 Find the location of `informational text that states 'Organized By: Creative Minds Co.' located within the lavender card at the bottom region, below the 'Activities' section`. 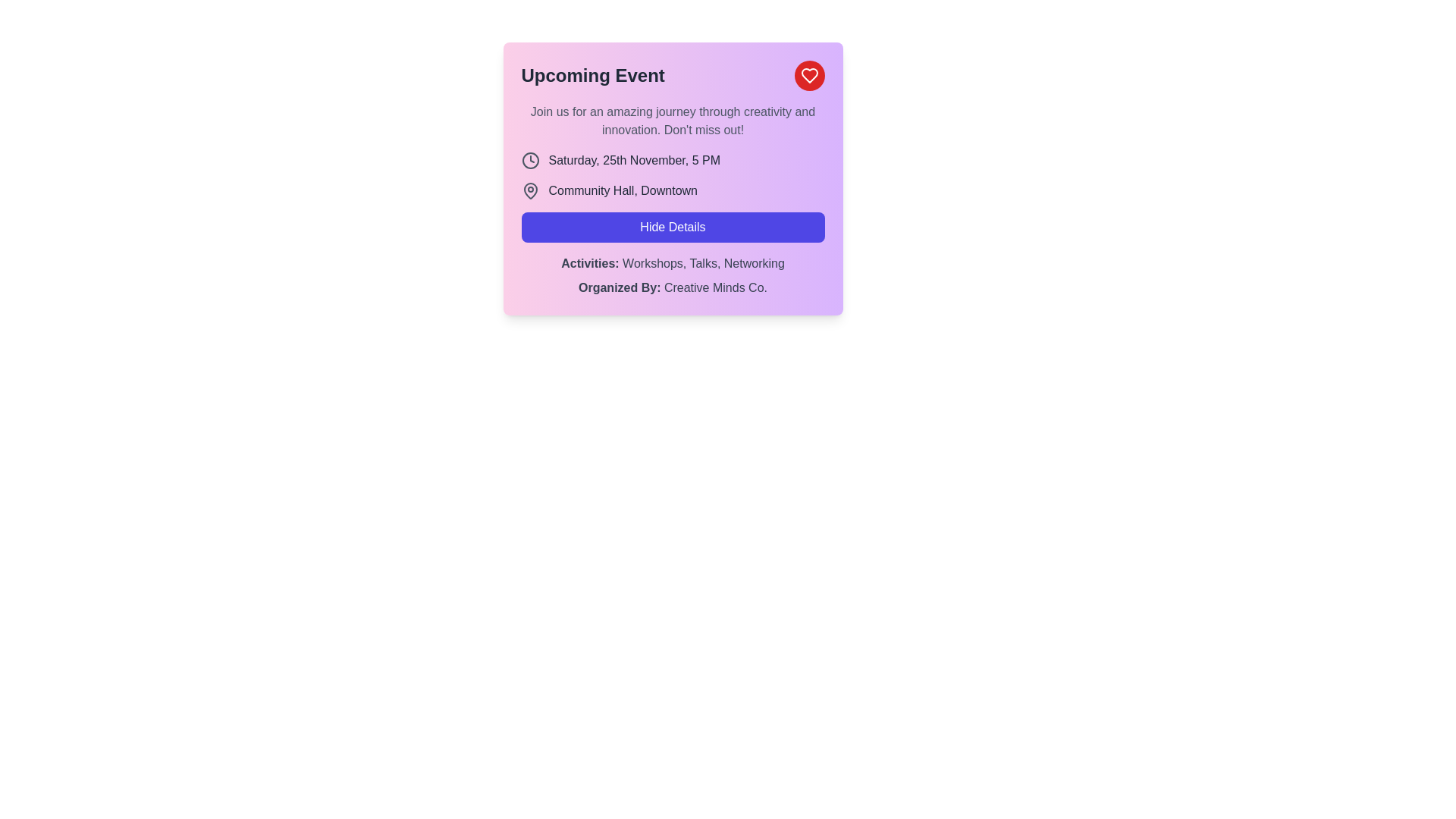

informational text that states 'Organized By: Creative Minds Co.' located within the lavender card at the bottom region, below the 'Activities' section is located at coordinates (672, 288).